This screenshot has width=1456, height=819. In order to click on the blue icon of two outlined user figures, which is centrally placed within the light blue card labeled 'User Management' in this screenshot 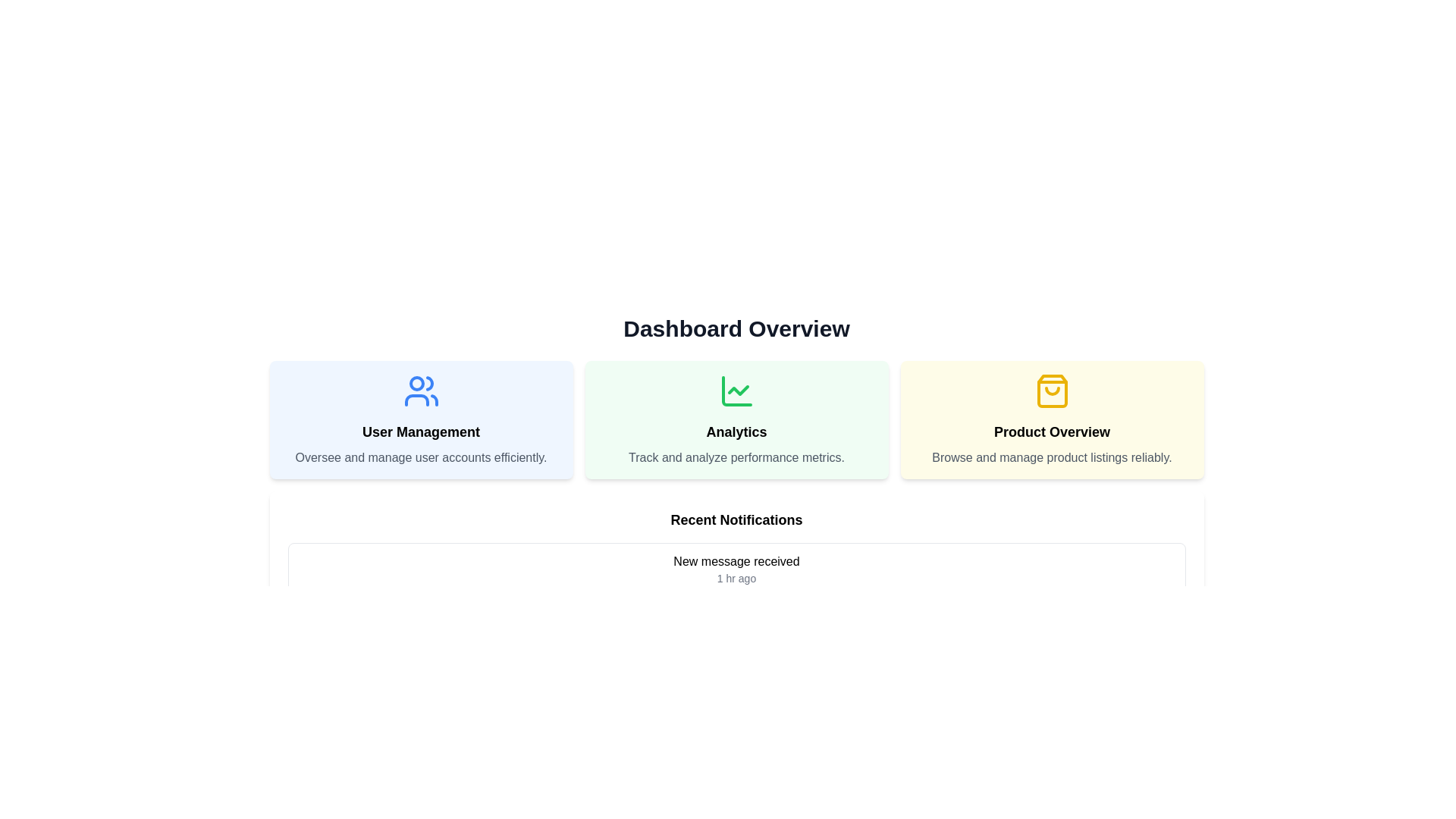, I will do `click(421, 391)`.